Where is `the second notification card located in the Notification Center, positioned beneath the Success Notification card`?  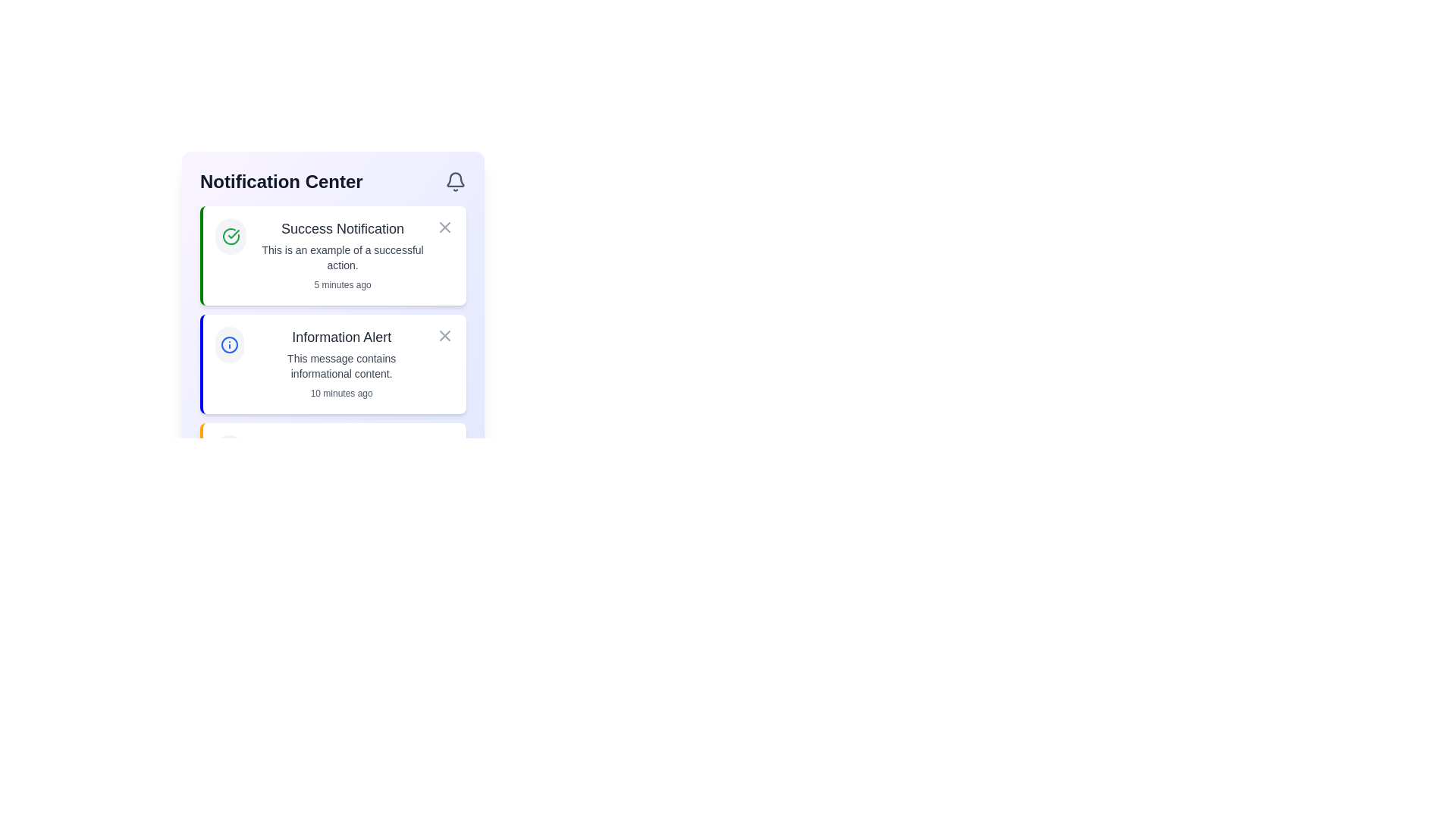
the second notification card located in the Notification Center, positioned beneath the Success Notification card is located at coordinates (332, 364).